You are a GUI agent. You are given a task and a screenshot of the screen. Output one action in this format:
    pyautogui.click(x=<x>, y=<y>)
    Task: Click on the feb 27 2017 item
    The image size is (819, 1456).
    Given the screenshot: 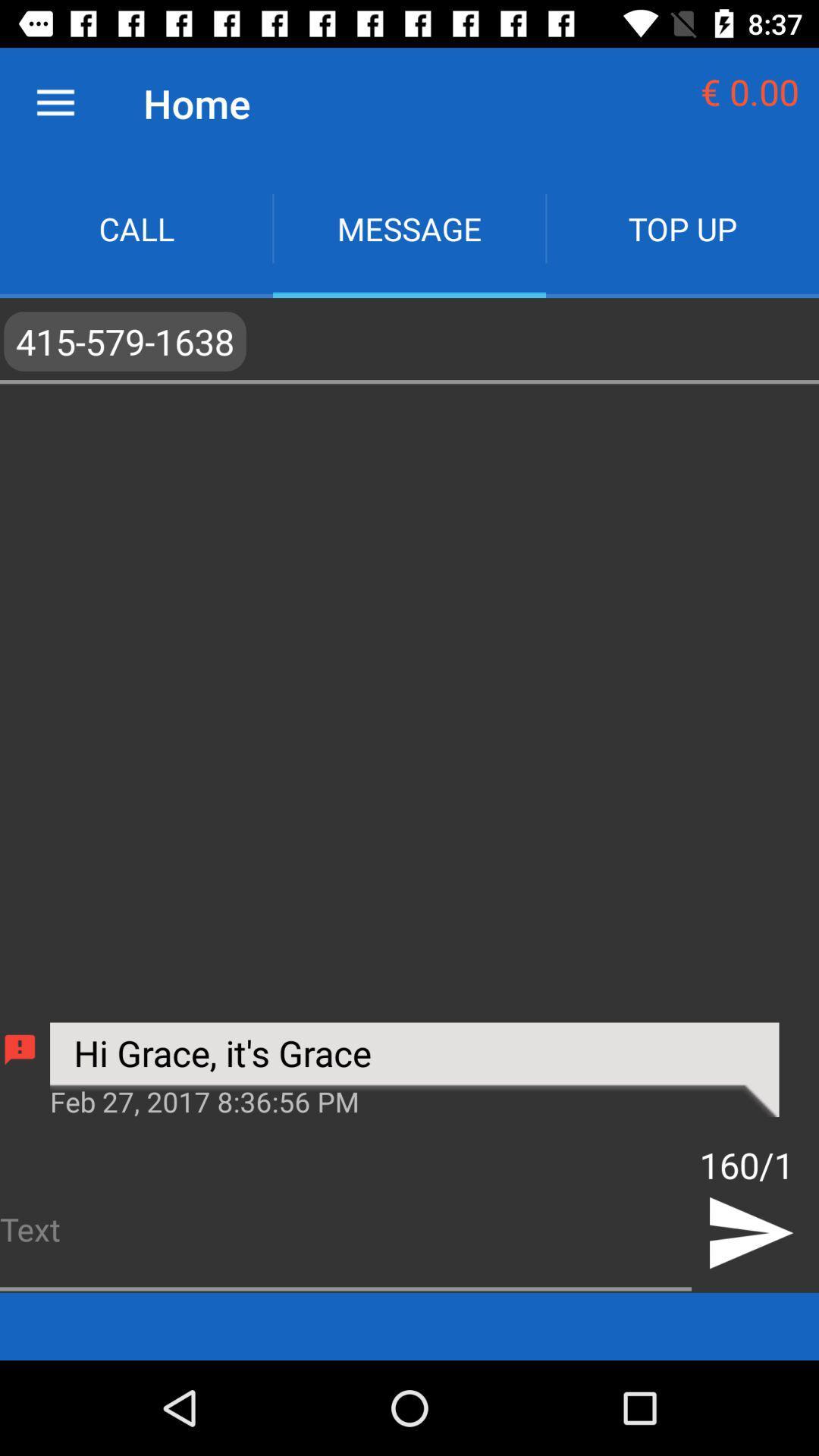 What is the action you would take?
    pyautogui.click(x=414, y=1100)
    